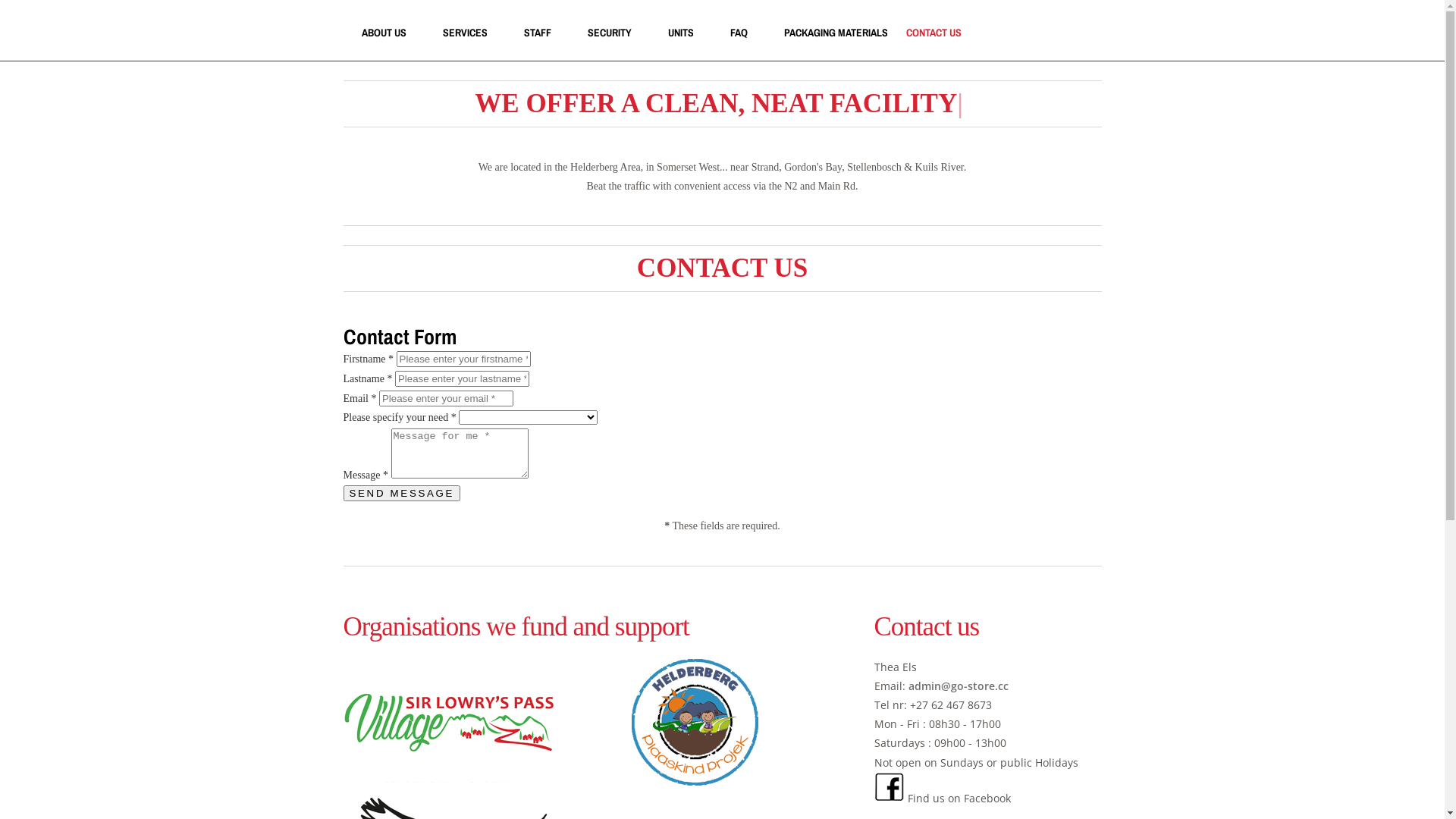 This screenshot has width=1456, height=819. I want to click on 'STAFF', so click(537, 32).